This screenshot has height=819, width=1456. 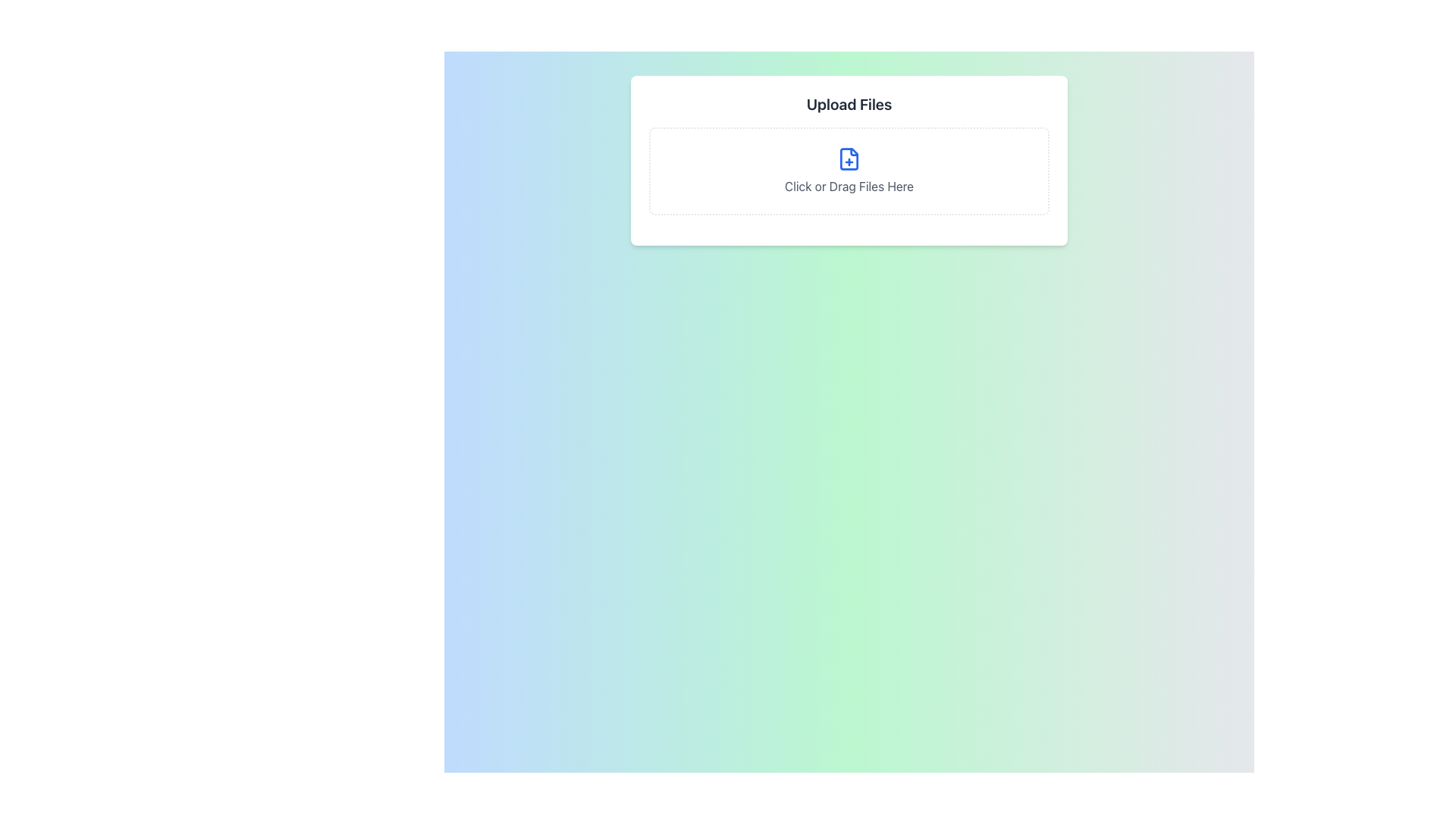 What do you see at coordinates (848, 171) in the screenshot?
I see `the File upload area, which features a dotted border and a document icon with a plus symbol` at bounding box center [848, 171].